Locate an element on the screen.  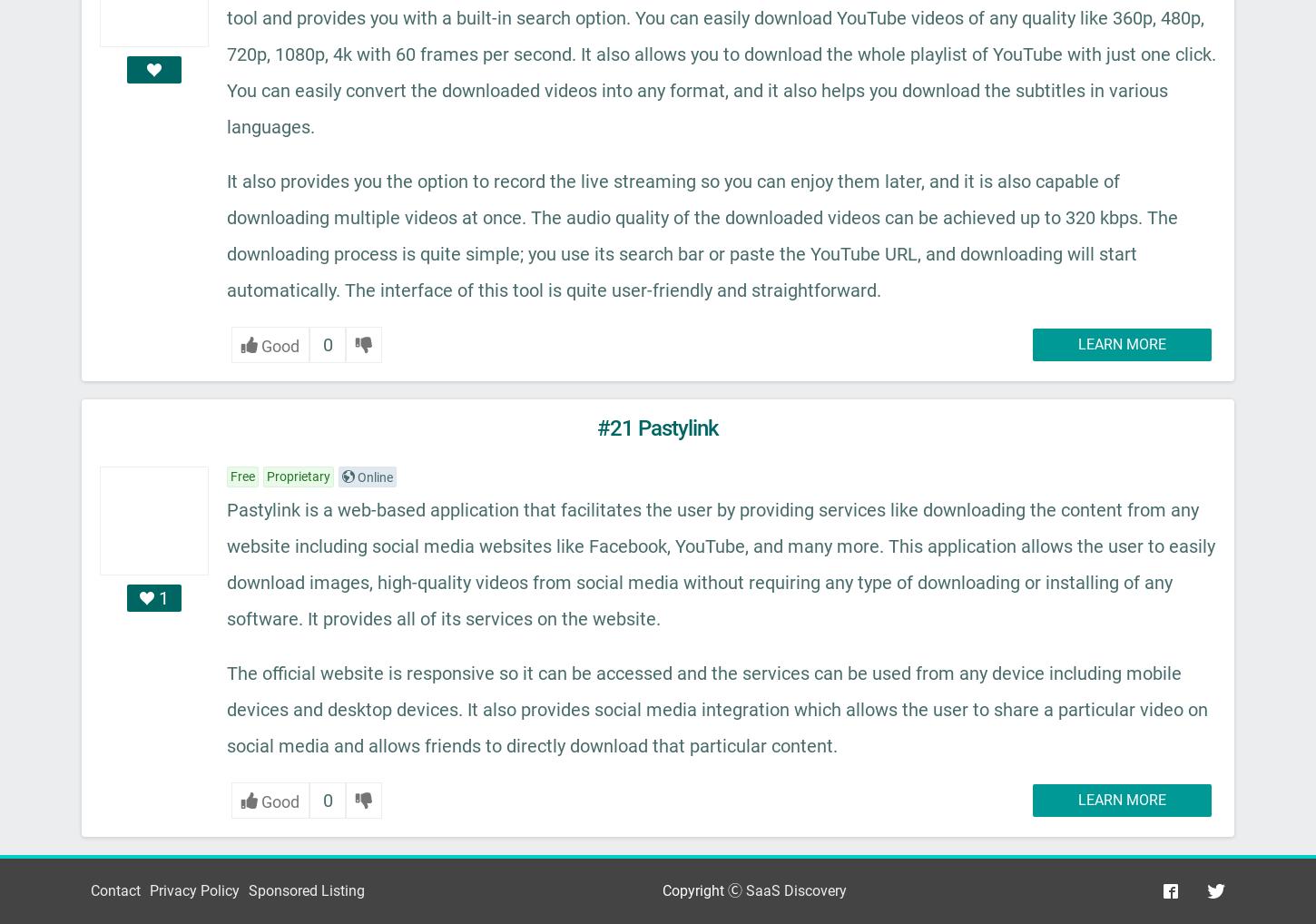
'Pastylink is a web-based application that facilitates the user by providing services like downloading the content from any website including social media websites like Facebook, YouTube, and many more. This application allows the user to easily download images, high-quality videos from social media without requiring any type of downloading or installing of any software. It provides all of its services on the website.' is located at coordinates (721, 562).